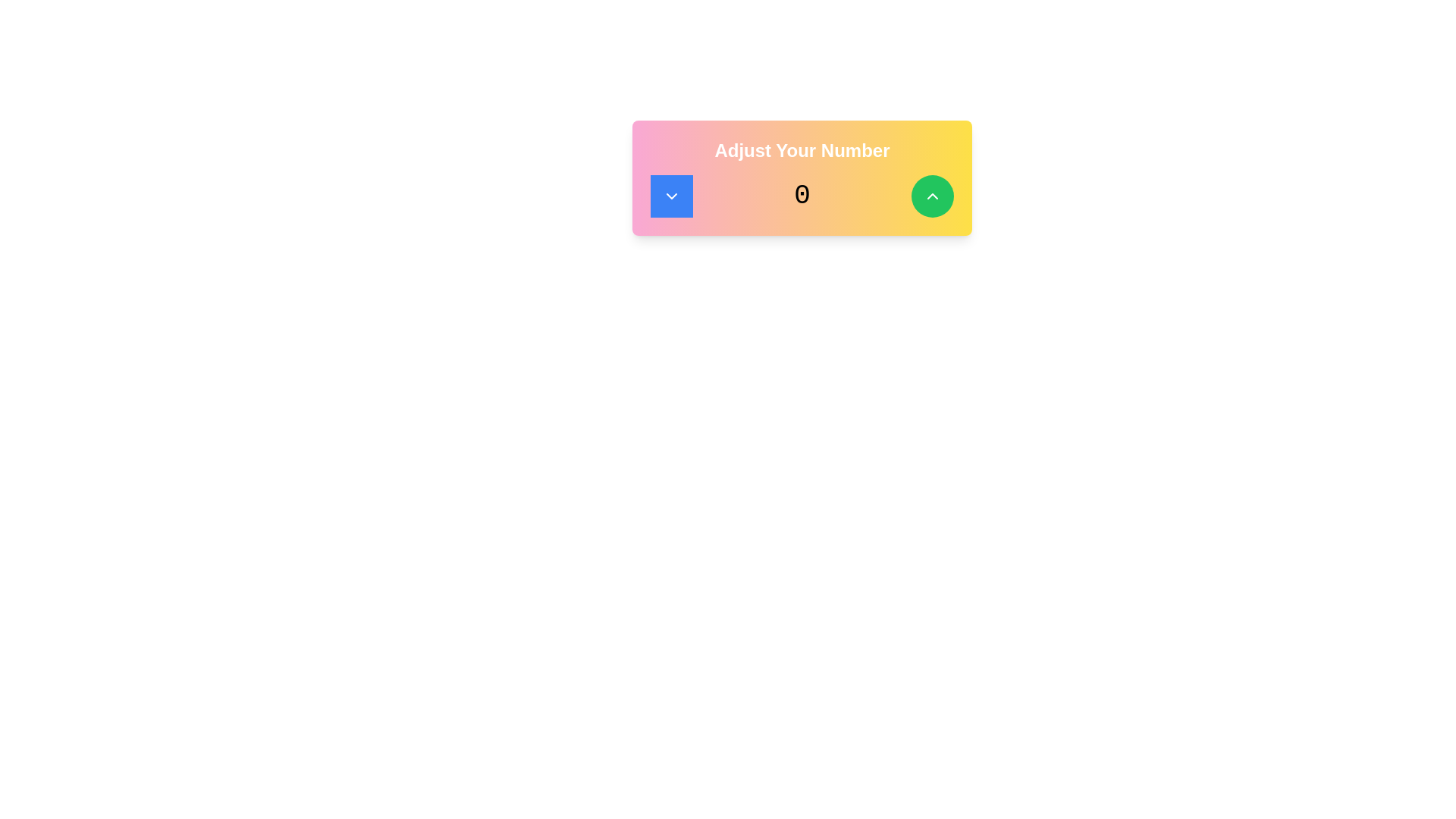  I want to click on the decrement button located to the far left of the numeric display to observe the hover effect, so click(671, 195).